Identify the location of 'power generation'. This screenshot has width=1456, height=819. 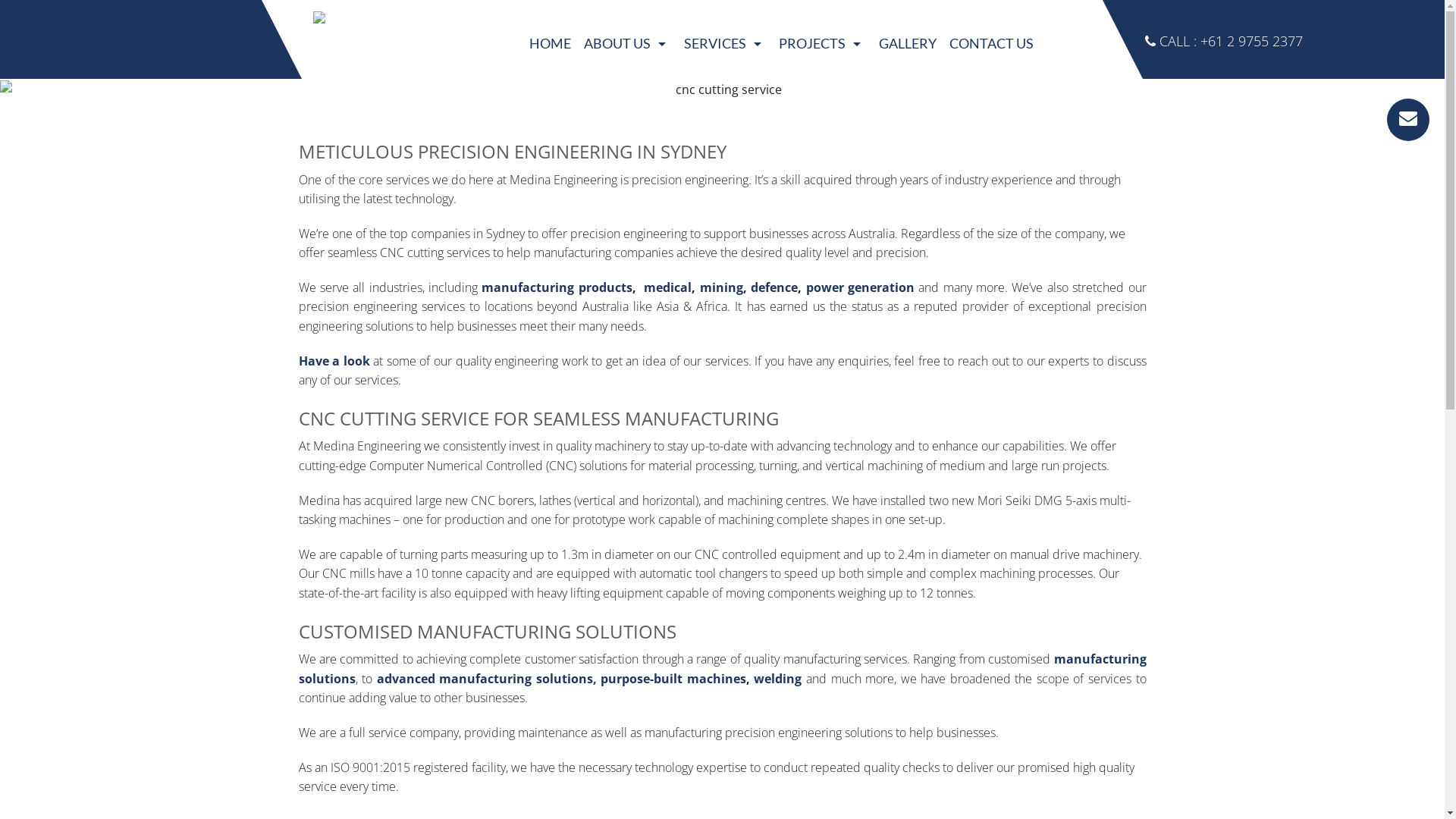
(860, 287).